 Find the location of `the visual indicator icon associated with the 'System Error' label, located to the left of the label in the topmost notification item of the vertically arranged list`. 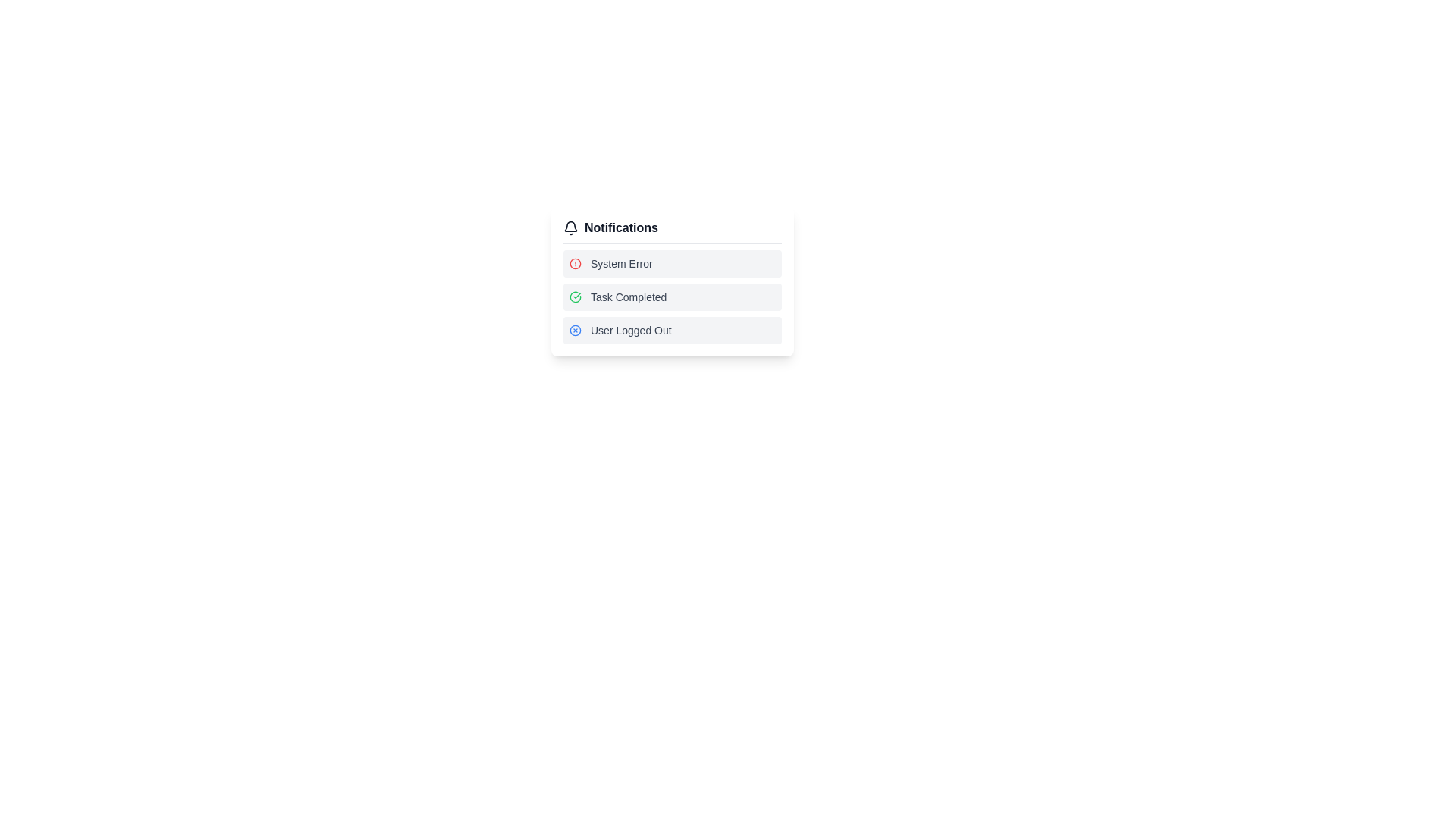

the visual indicator icon associated with the 'System Error' label, located to the left of the label in the topmost notification item of the vertically arranged list is located at coordinates (574, 262).